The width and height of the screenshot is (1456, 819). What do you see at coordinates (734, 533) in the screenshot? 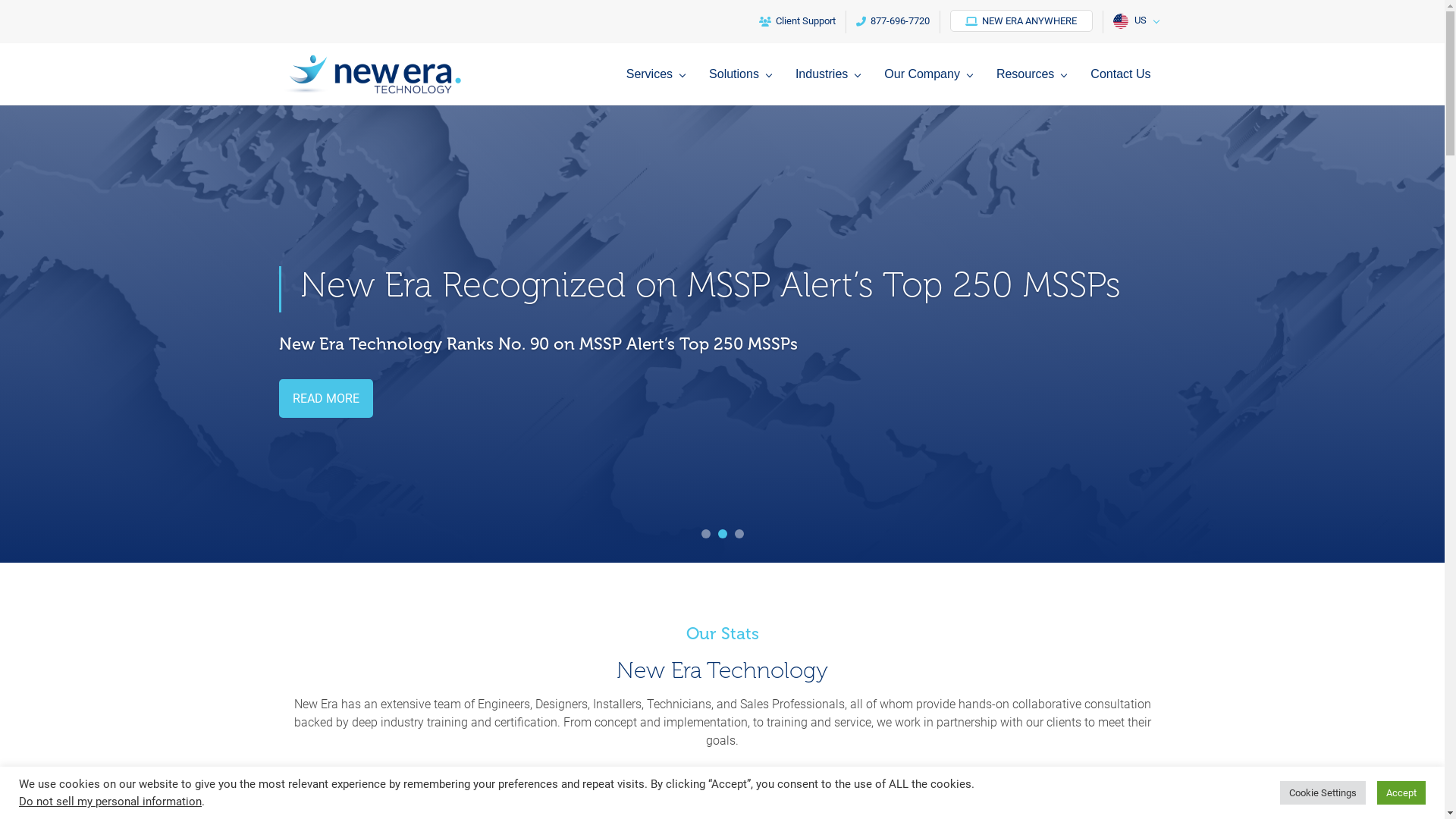
I see `'3'` at bounding box center [734, 533].